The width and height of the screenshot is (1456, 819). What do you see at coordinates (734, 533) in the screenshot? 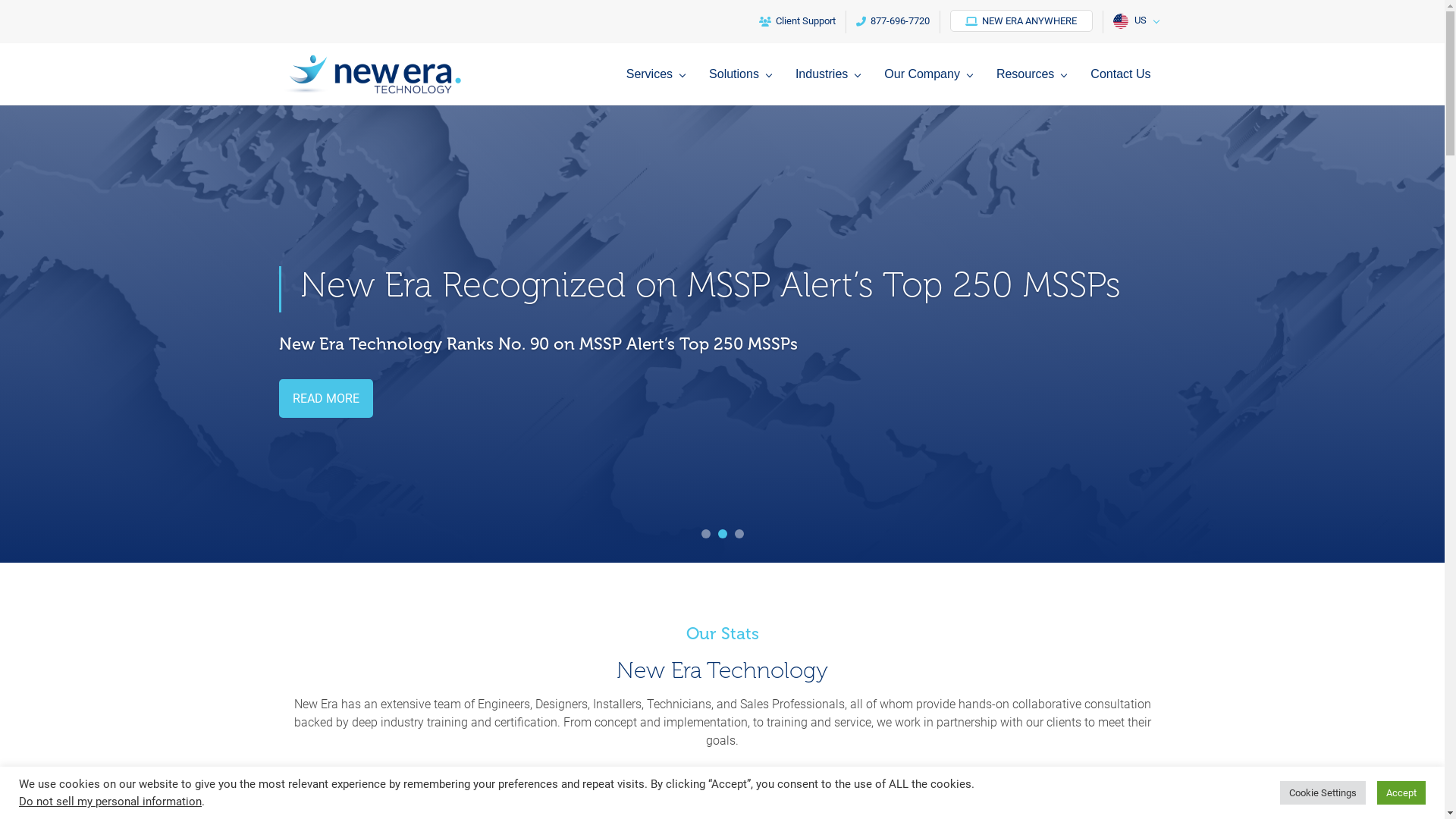
I see `'3'` at bounding box center [734, 533].